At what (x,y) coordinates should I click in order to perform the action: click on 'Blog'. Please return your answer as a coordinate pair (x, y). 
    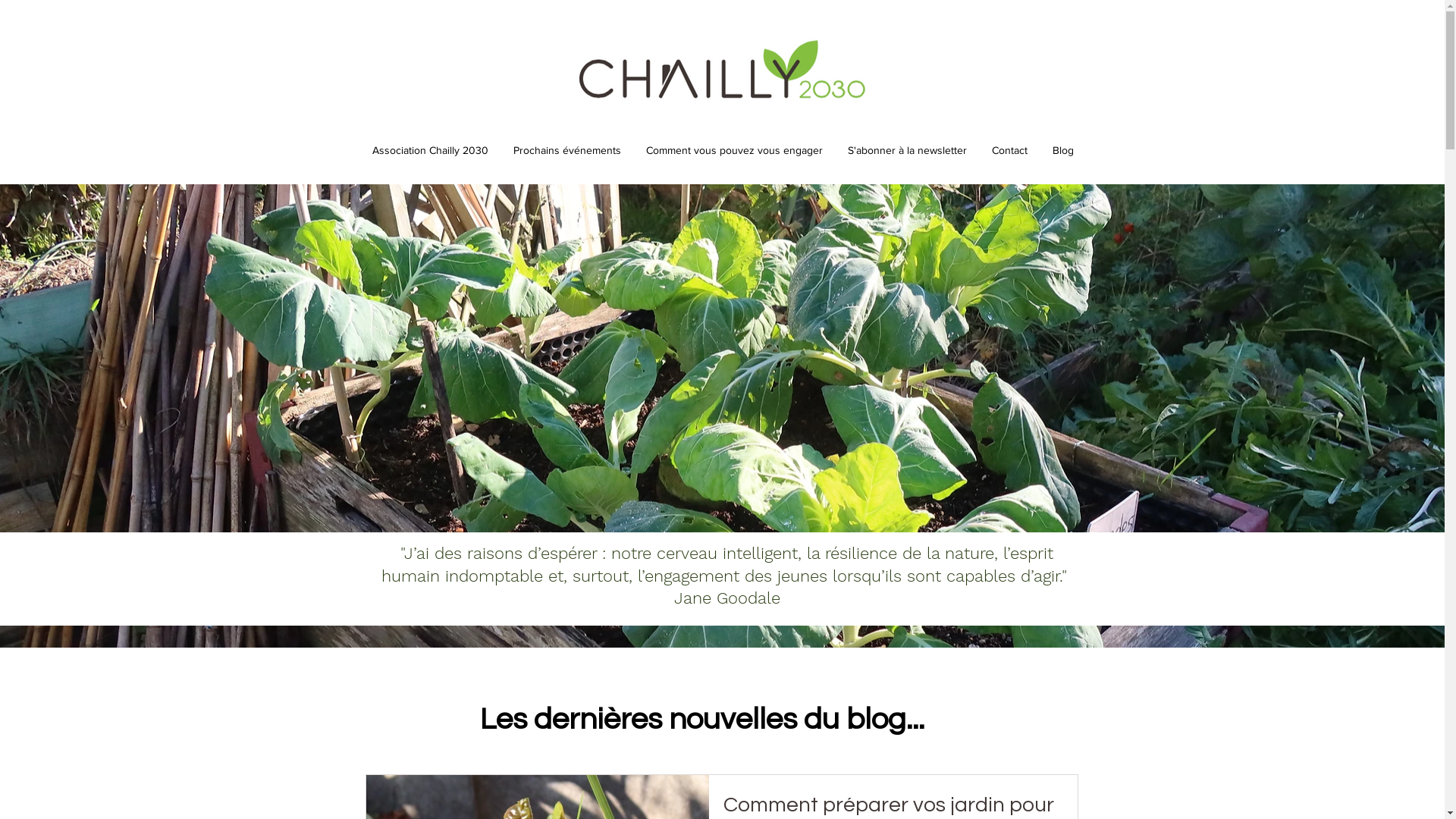
    Looking at the image, I should click on (1040, 149).